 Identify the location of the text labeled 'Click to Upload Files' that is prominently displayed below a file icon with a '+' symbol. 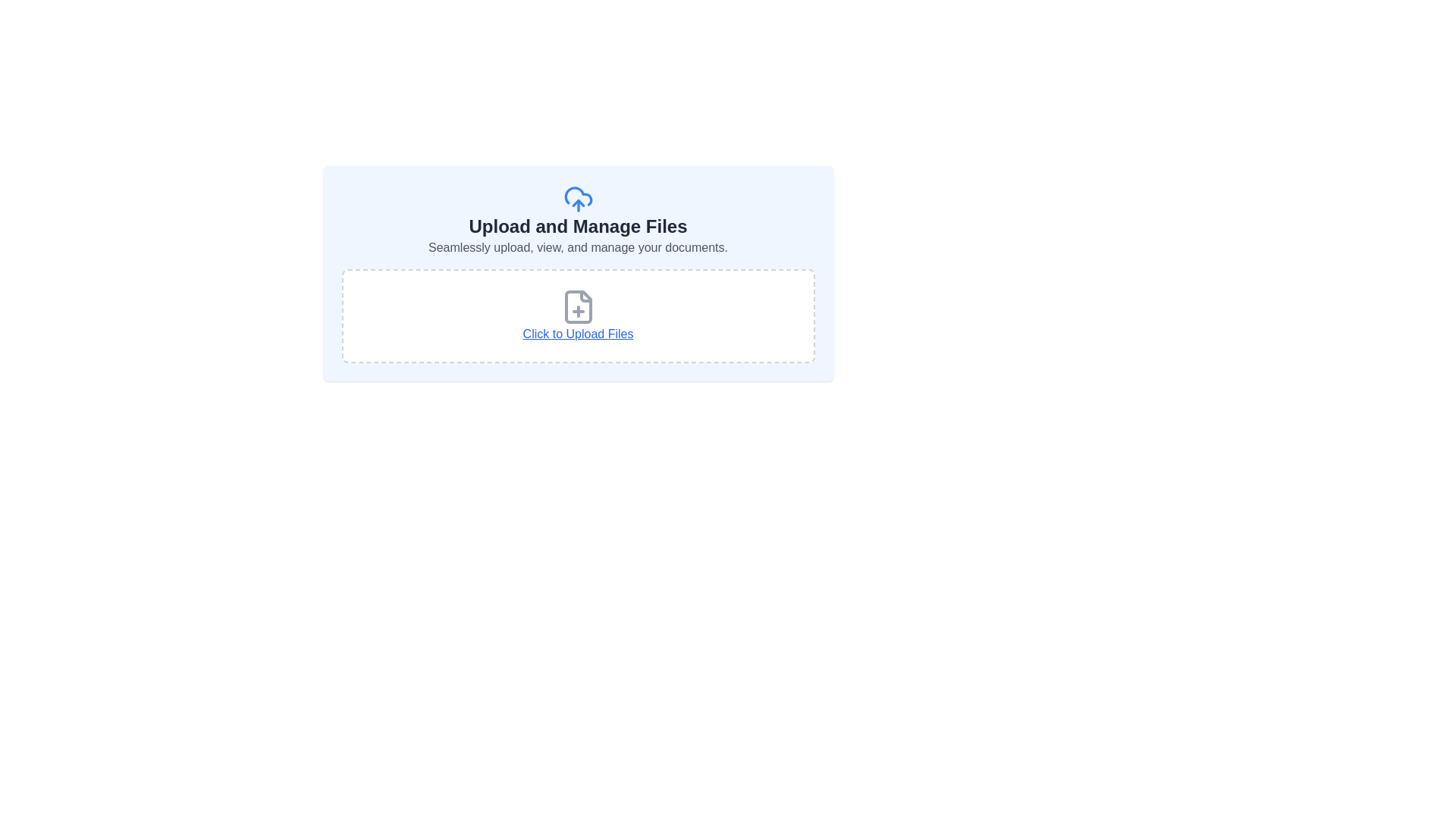
(577, 315).